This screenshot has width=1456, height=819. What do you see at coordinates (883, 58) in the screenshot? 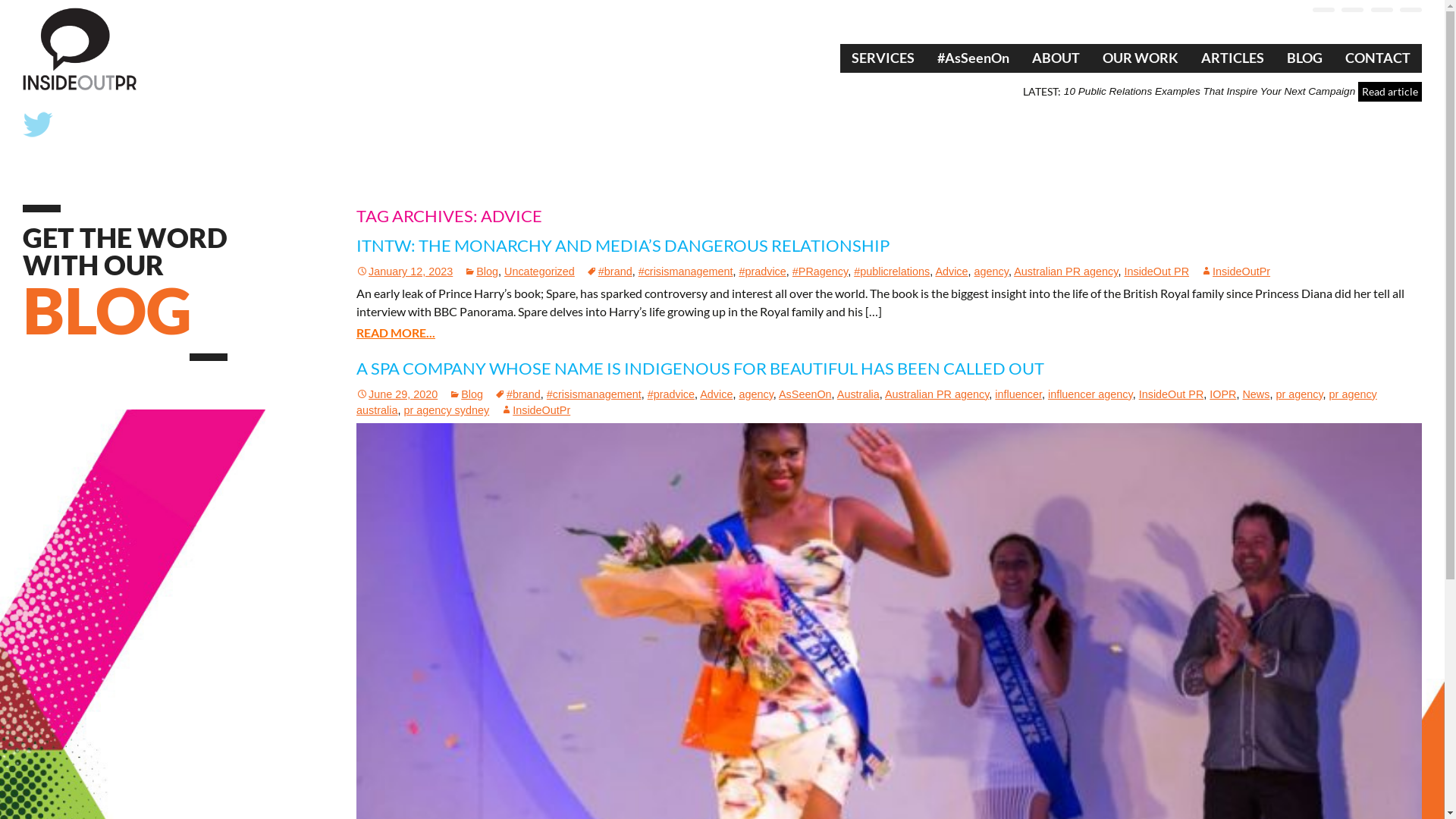
I see `'SERVICES'` at bounding box center [883, 58].